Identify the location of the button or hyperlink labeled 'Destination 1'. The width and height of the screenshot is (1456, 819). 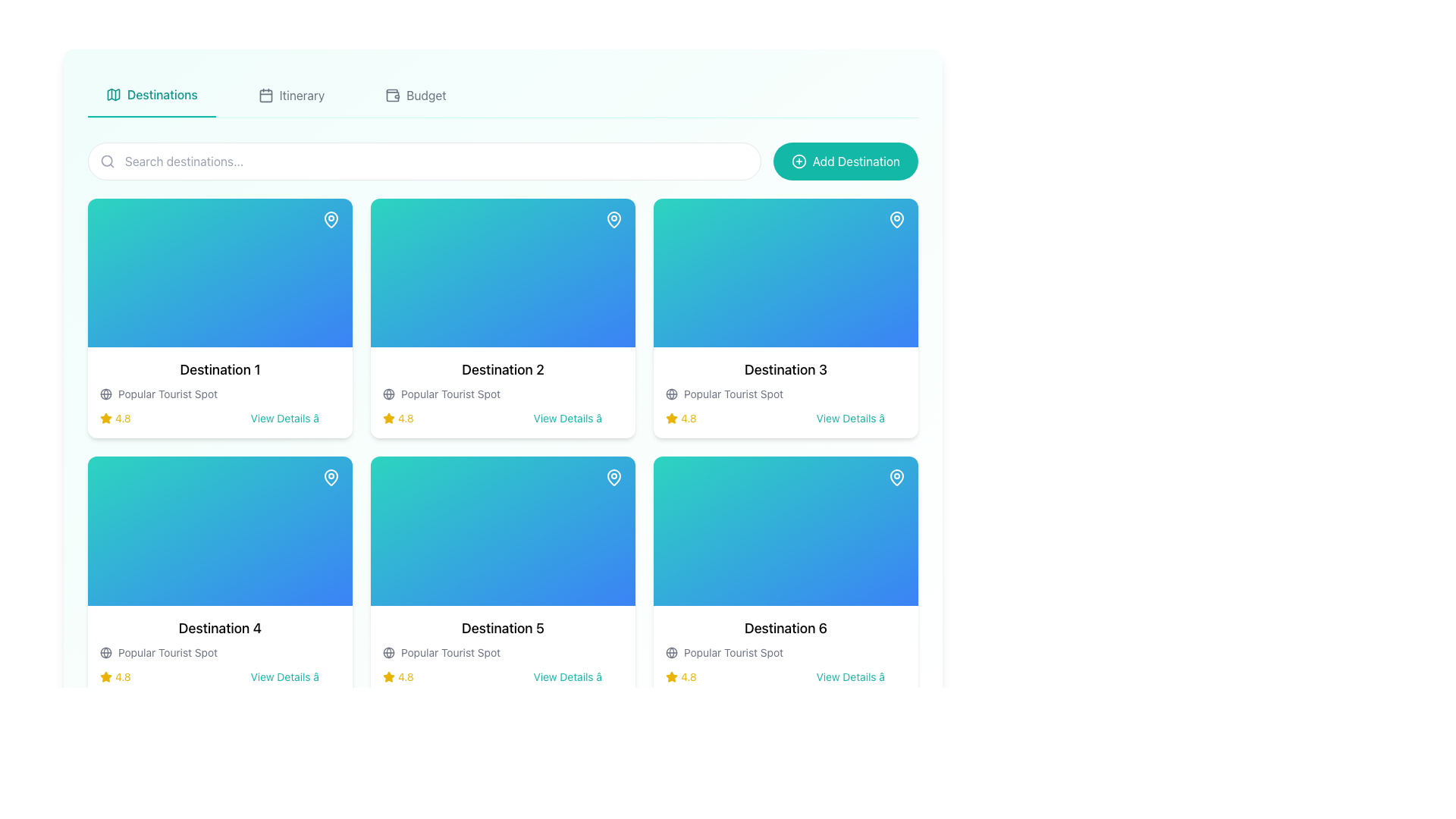
(295, 419).